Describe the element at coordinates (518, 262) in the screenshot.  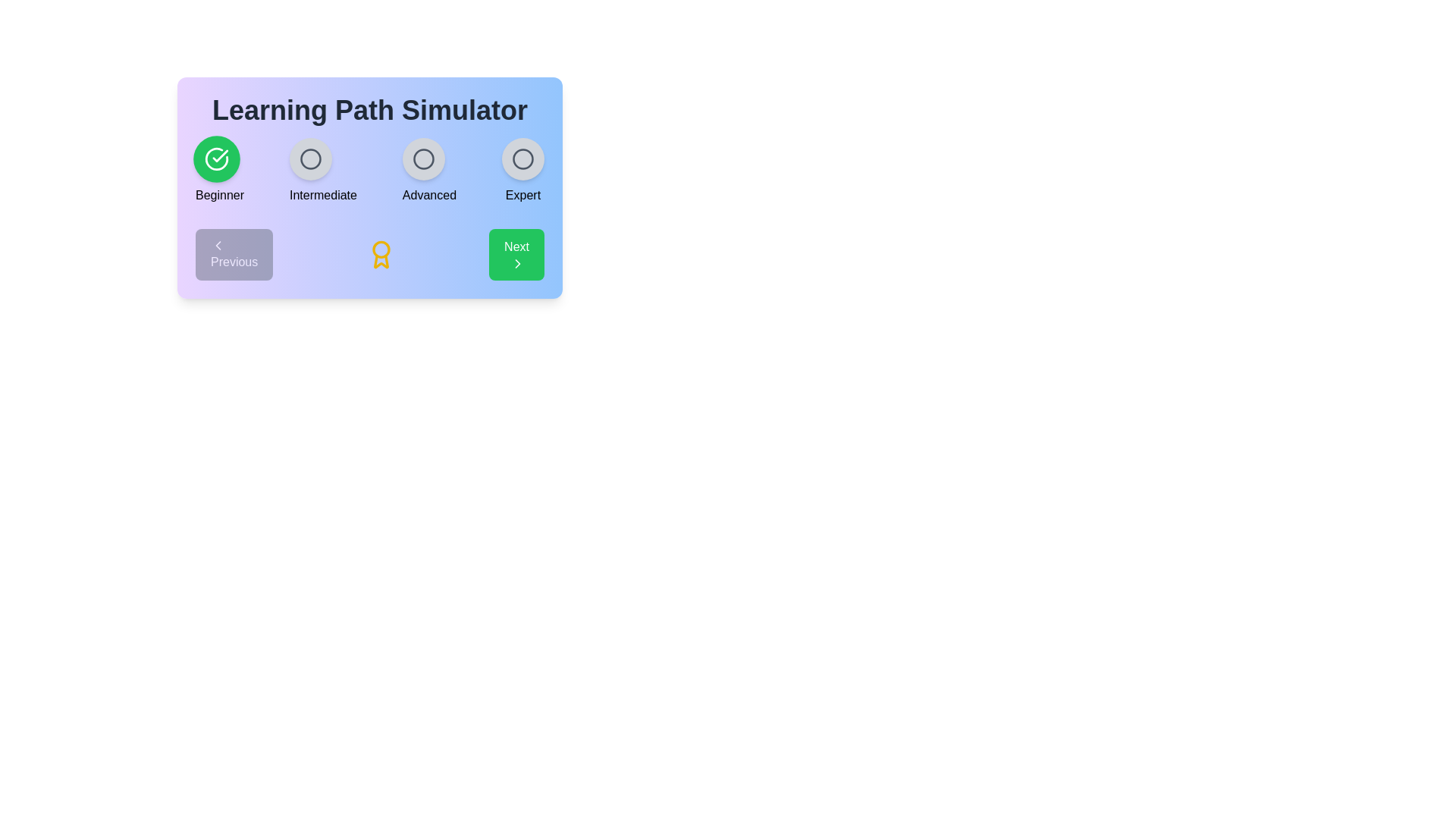
I see `the rightward-pointing chevron icon inside the green 'Next' button` at that location.